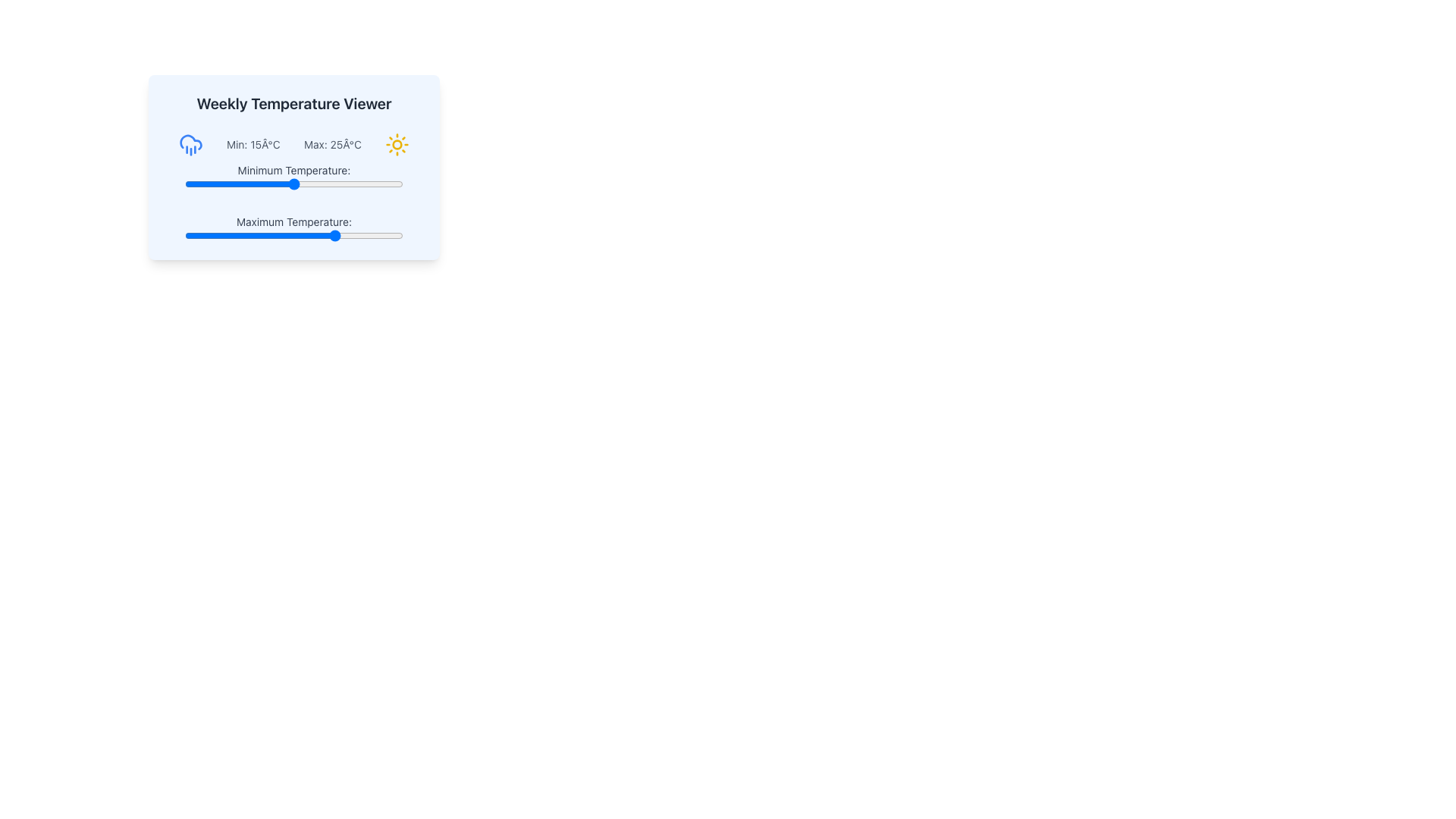  What do you see at coordinates (311, 184) in the screenshot?
I see `the minimum temperature` at bounding box center [311, 184].